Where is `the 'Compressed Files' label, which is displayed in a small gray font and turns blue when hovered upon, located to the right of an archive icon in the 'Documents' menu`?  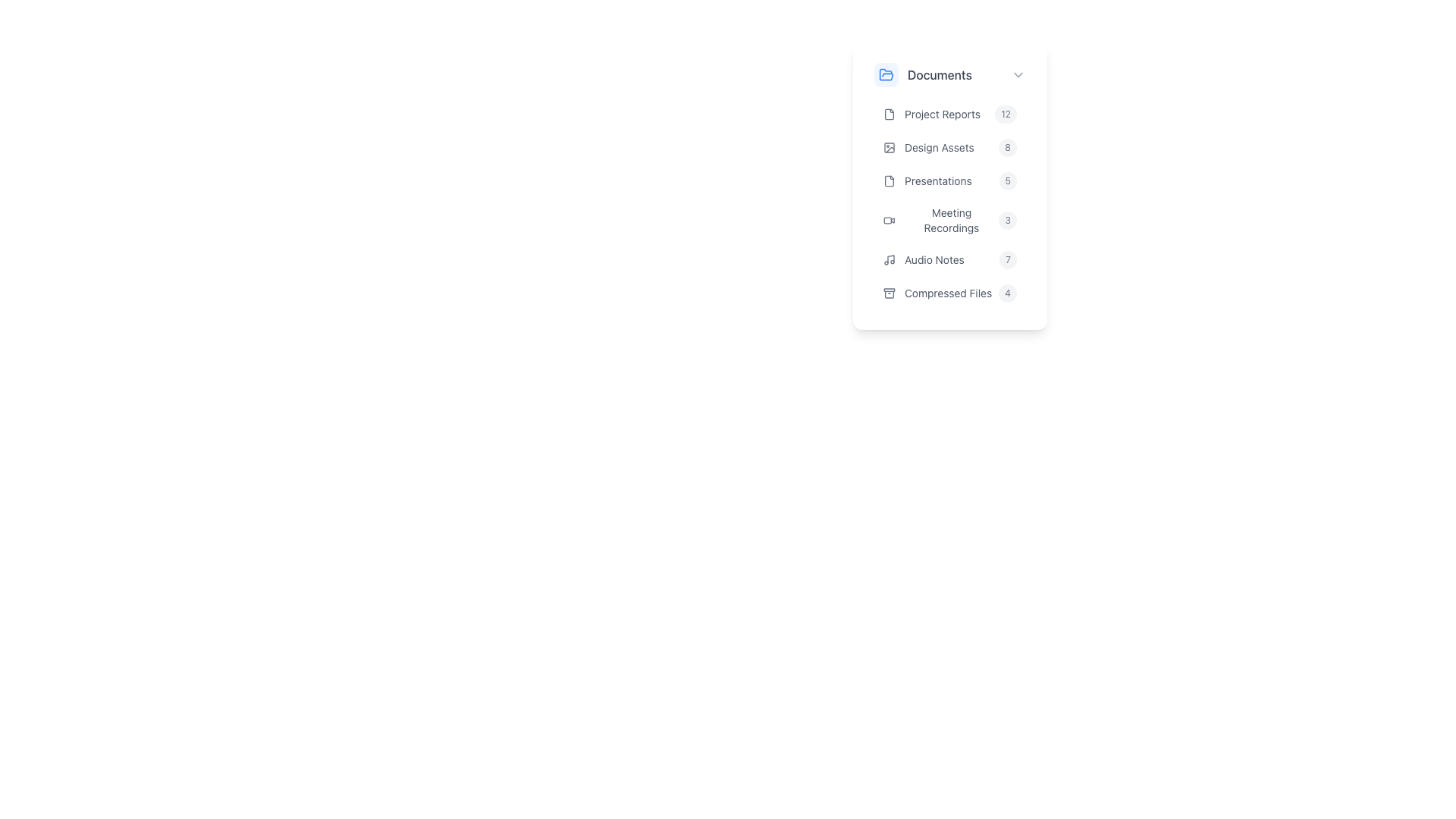
the 'Compressed Files' label, which is displayed in a small gray font and turns blue when hovered upon, located to the right of an archive icon in the 'Documents' menu is located at coordinates (947, 293).